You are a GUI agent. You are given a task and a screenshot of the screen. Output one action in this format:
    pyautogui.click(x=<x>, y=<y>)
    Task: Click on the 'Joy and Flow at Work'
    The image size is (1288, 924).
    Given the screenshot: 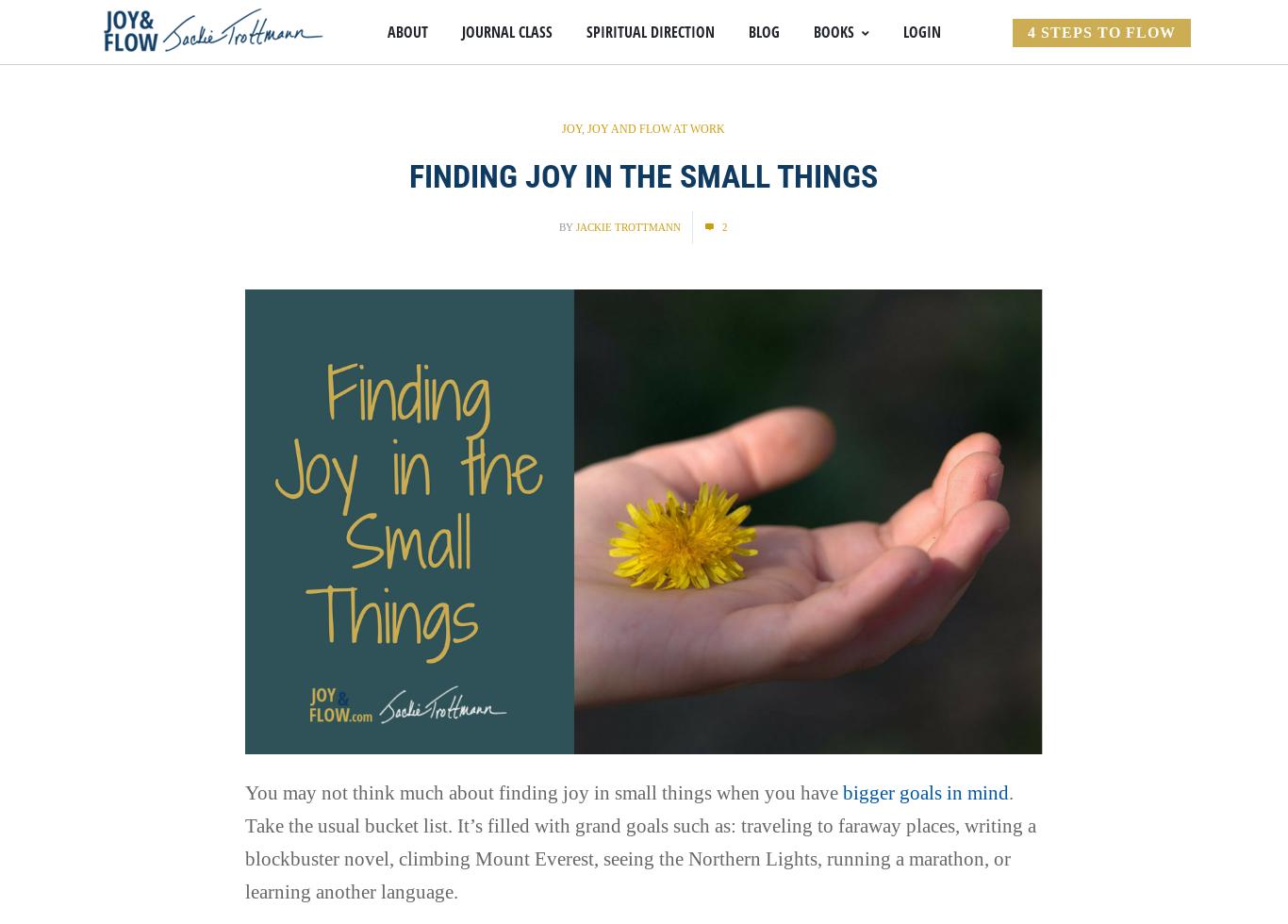 What is the action you would take?
    pyautogui.click(x=655, y=128)
    